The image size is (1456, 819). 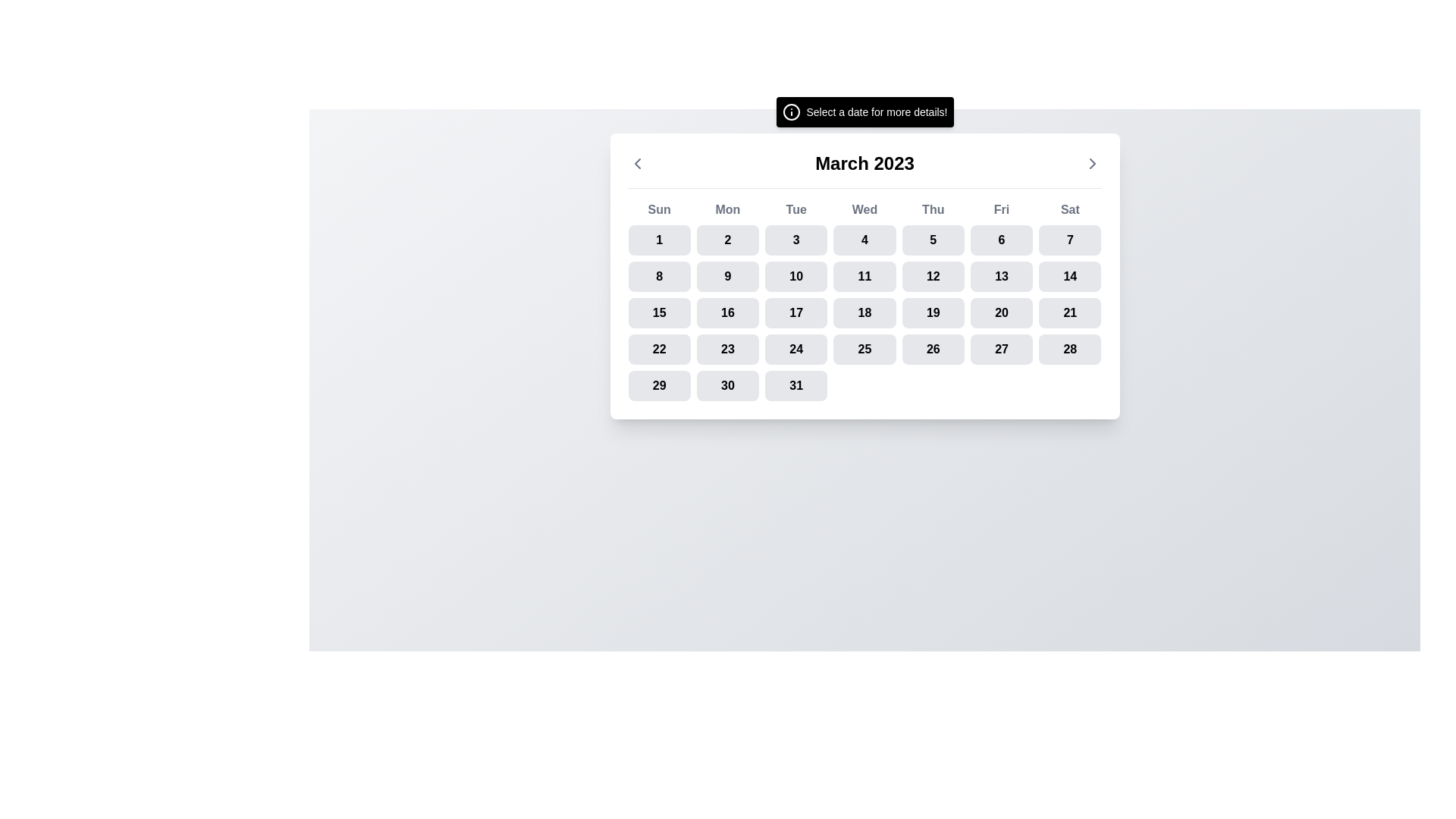 What do you see at coordinates (728, 312) in the screenshot?
I see `the date selection button for '16' in the calendar grid` at bounding box center [728, 312].